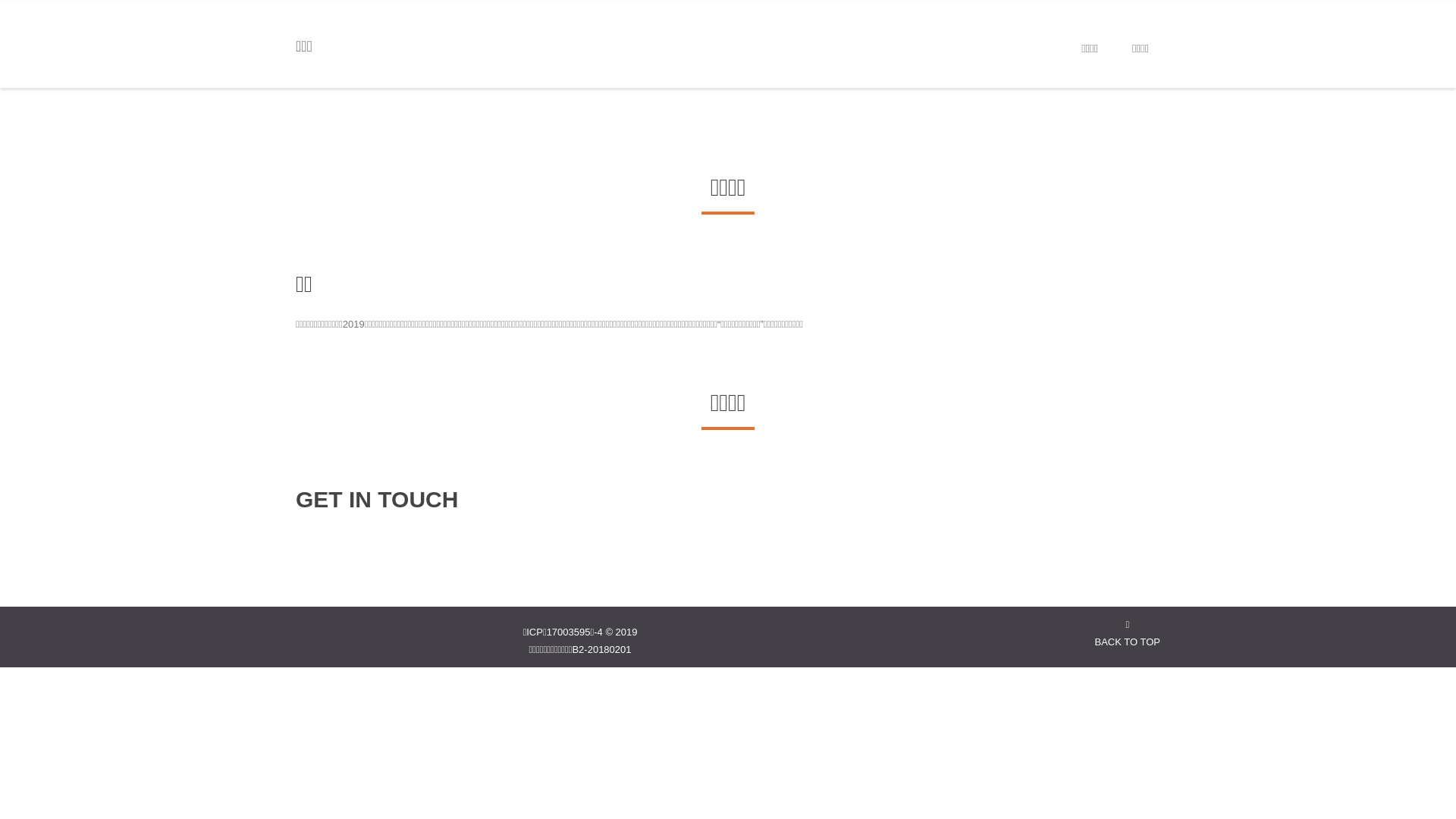  I want to click on 'BACK TO TOP', so click(1128, 632).